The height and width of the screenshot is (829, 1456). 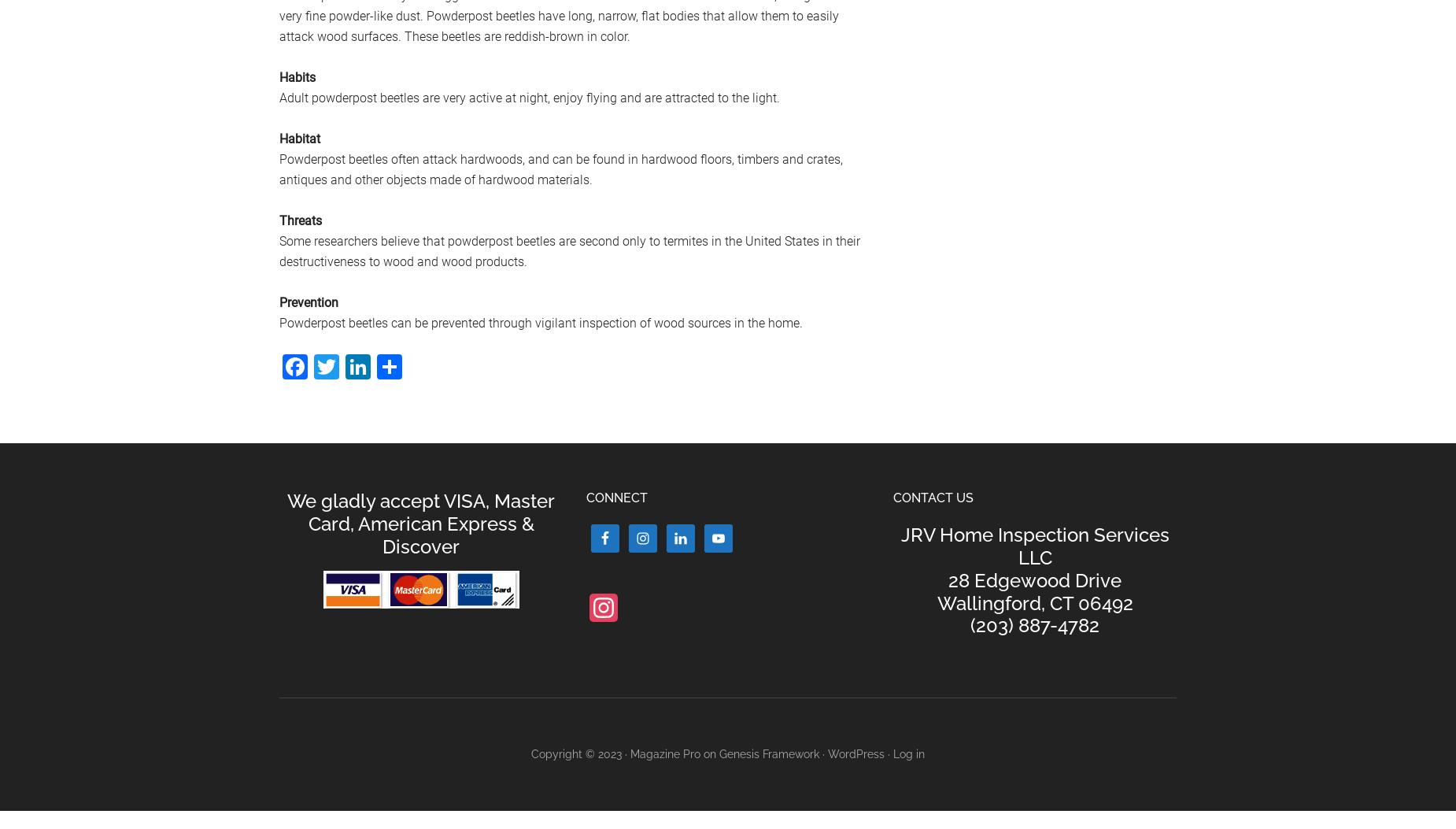 I want to click on 'Connect', so click(x=617, y=496).